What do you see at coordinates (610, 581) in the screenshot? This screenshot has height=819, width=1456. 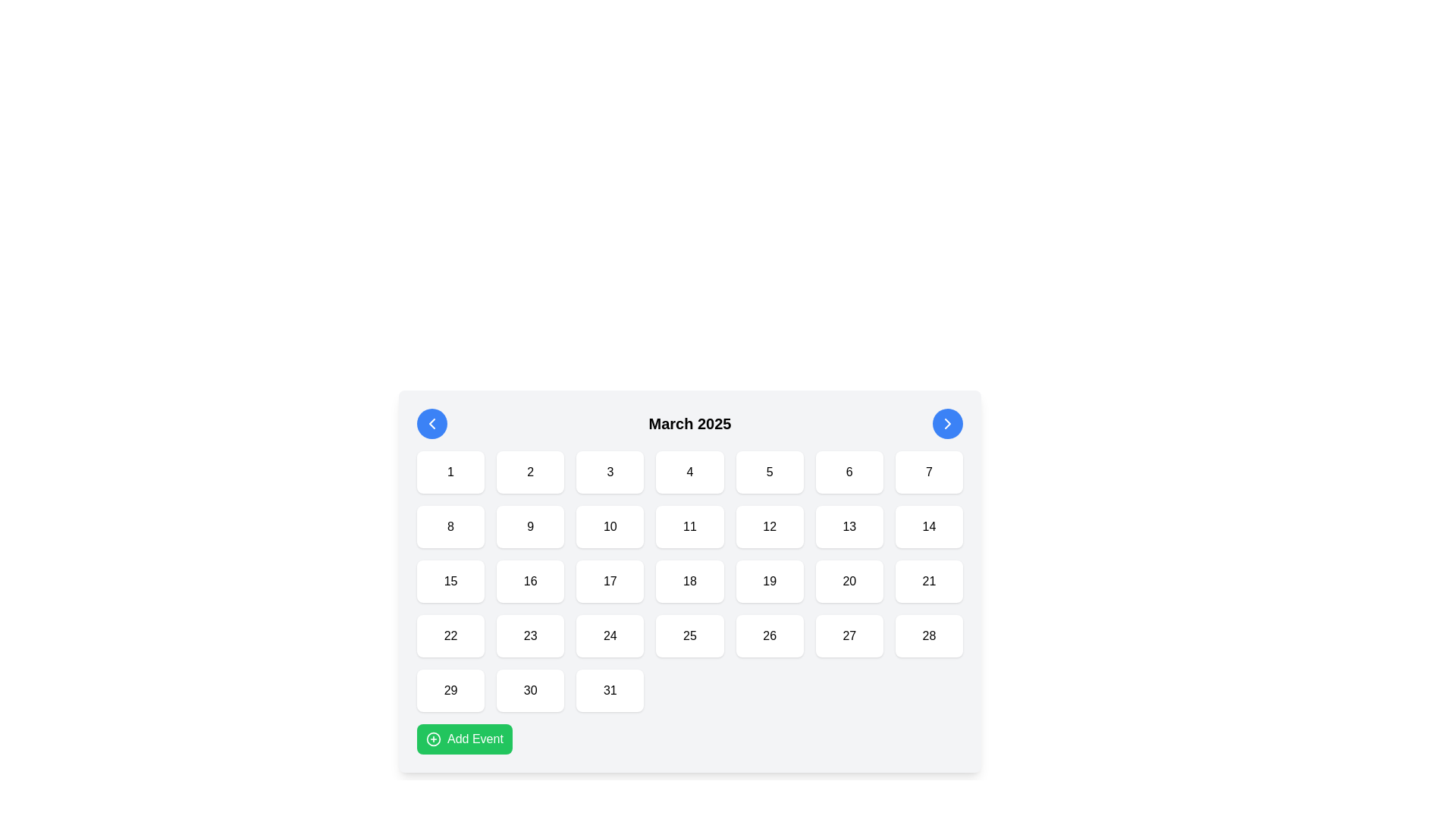 I see `the rectangular button with a white background containing the number '17' in bold black text, located in the third row and third column of the month calendar grid` at bounding box center [610, 581].